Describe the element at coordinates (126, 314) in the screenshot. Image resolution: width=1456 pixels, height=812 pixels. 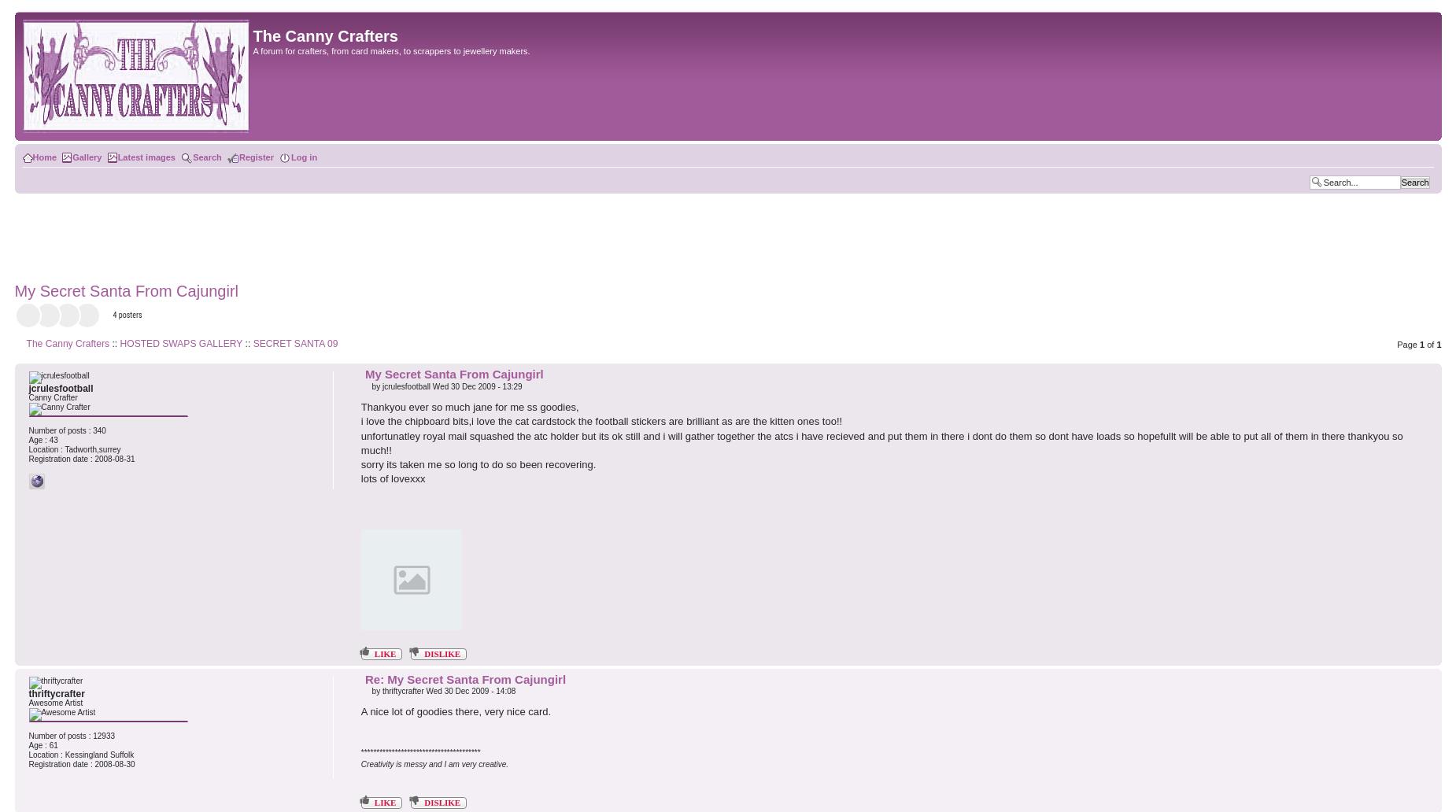
I see `'4 posters'` at that location.